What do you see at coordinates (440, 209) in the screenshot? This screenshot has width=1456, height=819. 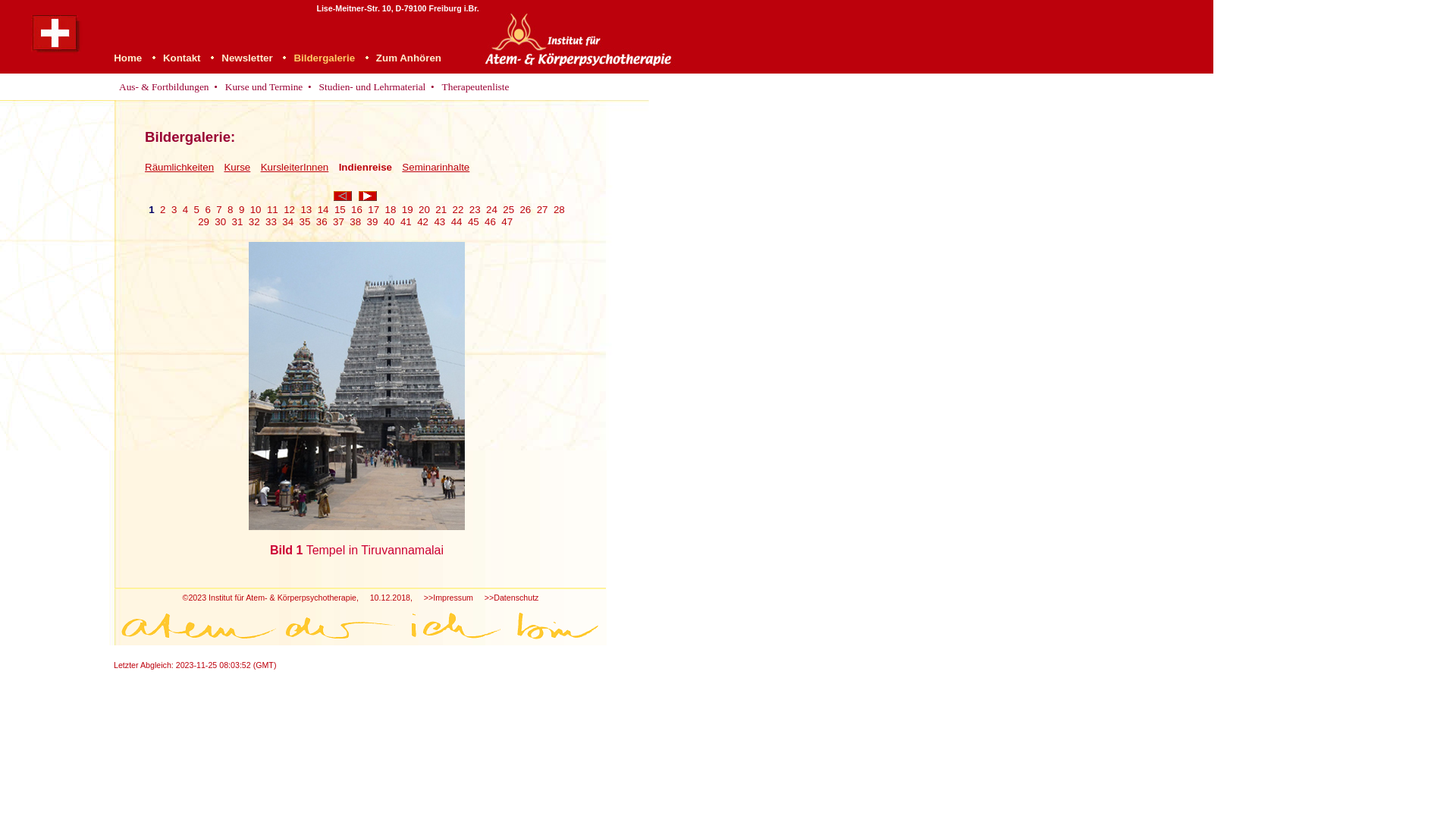 I see `'21'` at bounding box center [440, 209].